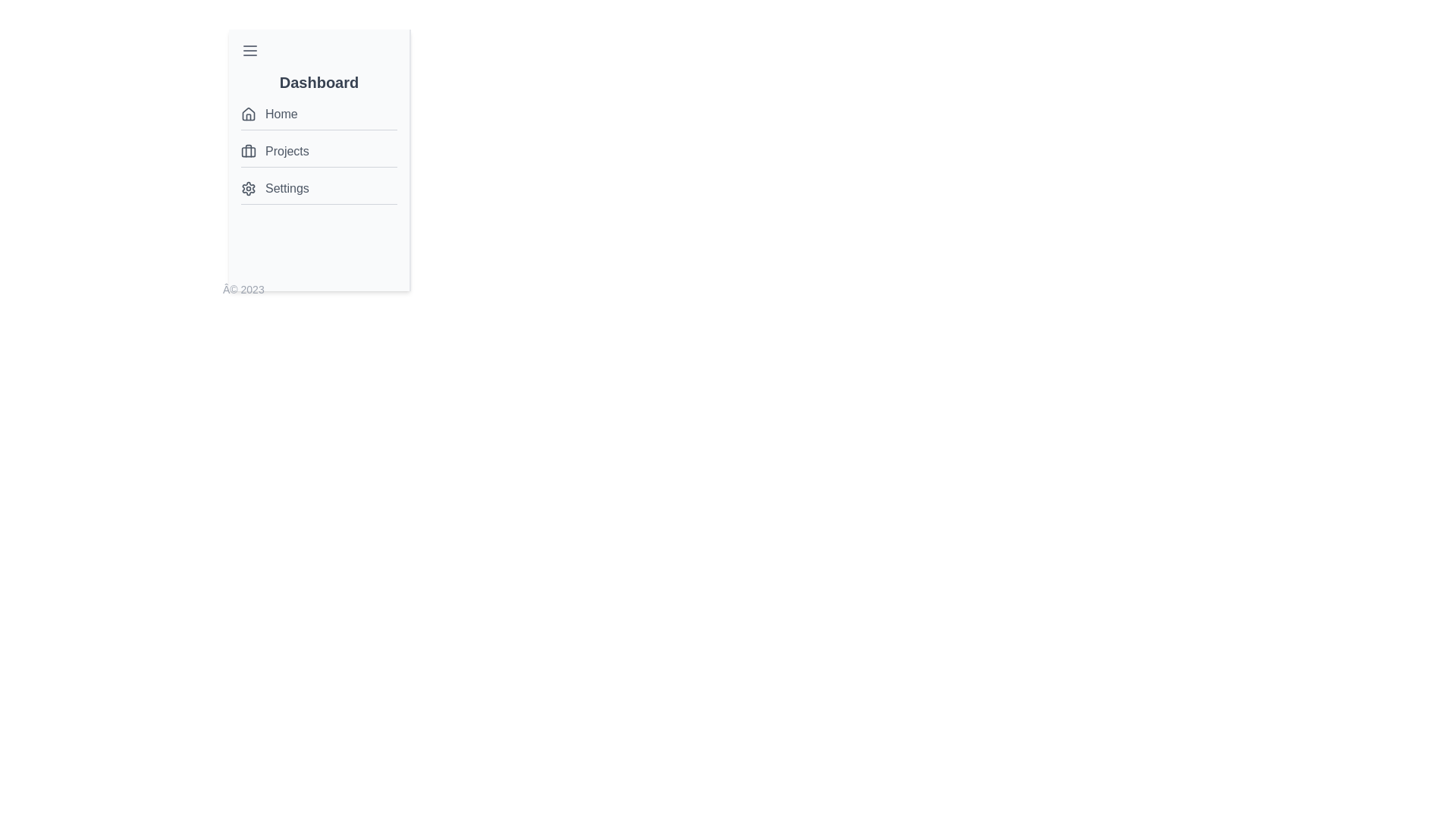 The width and height of the screenshot is (1456, 819). Describe the element at coordinates (250, 49) in the screenshot. I see `the menu icon to open the menu` at that location.